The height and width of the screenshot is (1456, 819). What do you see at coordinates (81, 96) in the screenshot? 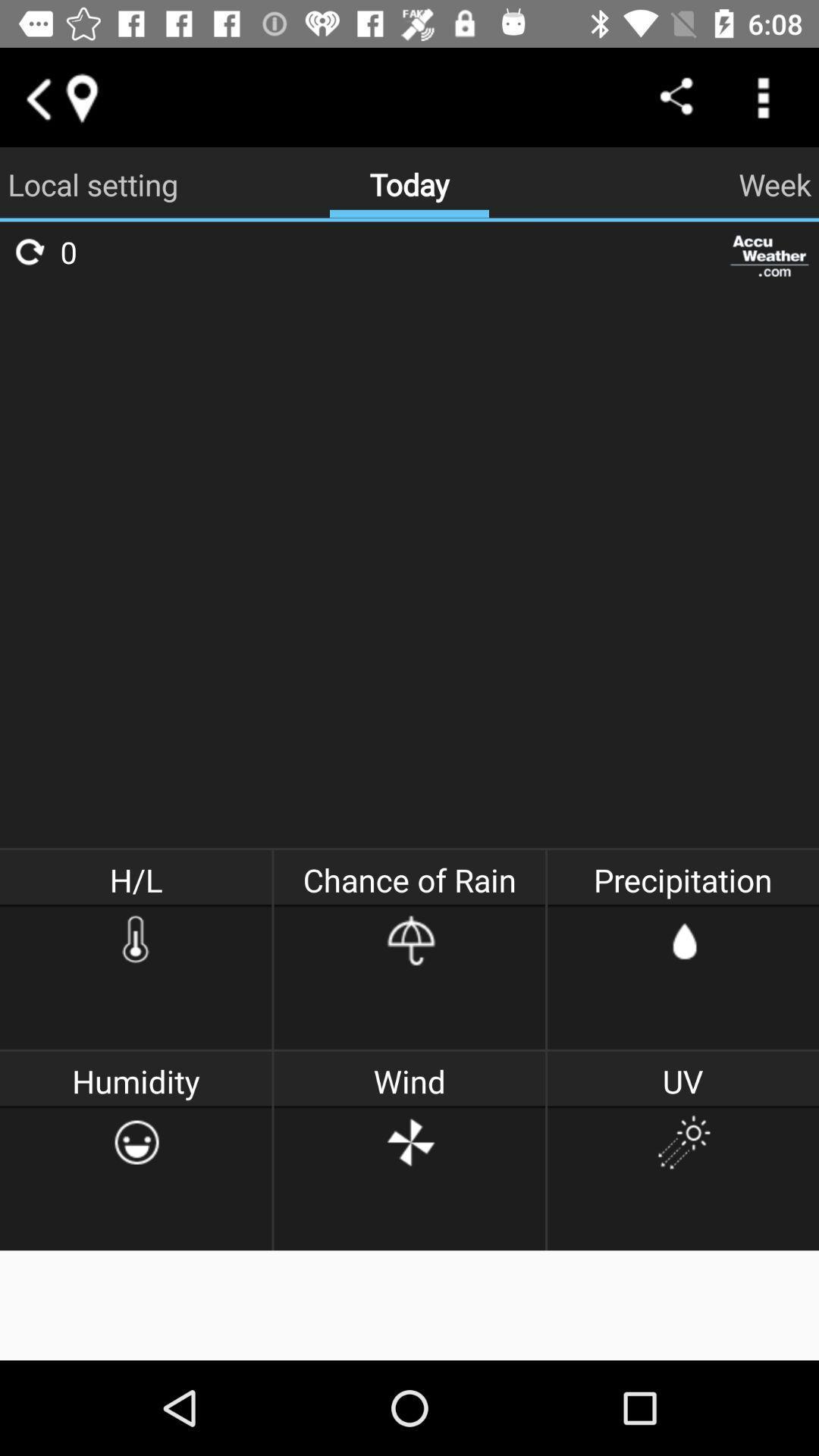
I see `the location icon` at bounding box center [81, 96].